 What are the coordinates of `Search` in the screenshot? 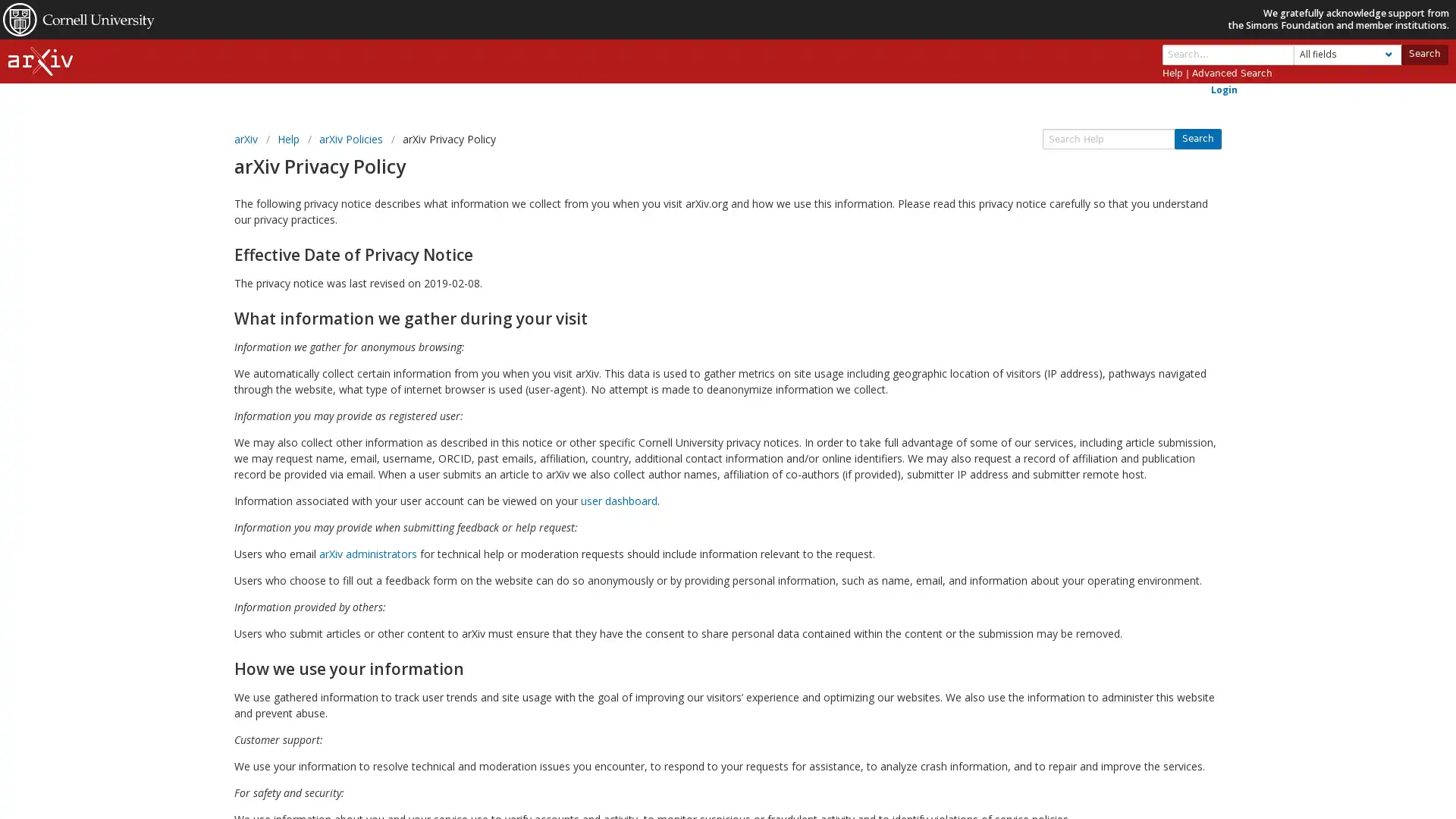 It's located at (1423, 53).